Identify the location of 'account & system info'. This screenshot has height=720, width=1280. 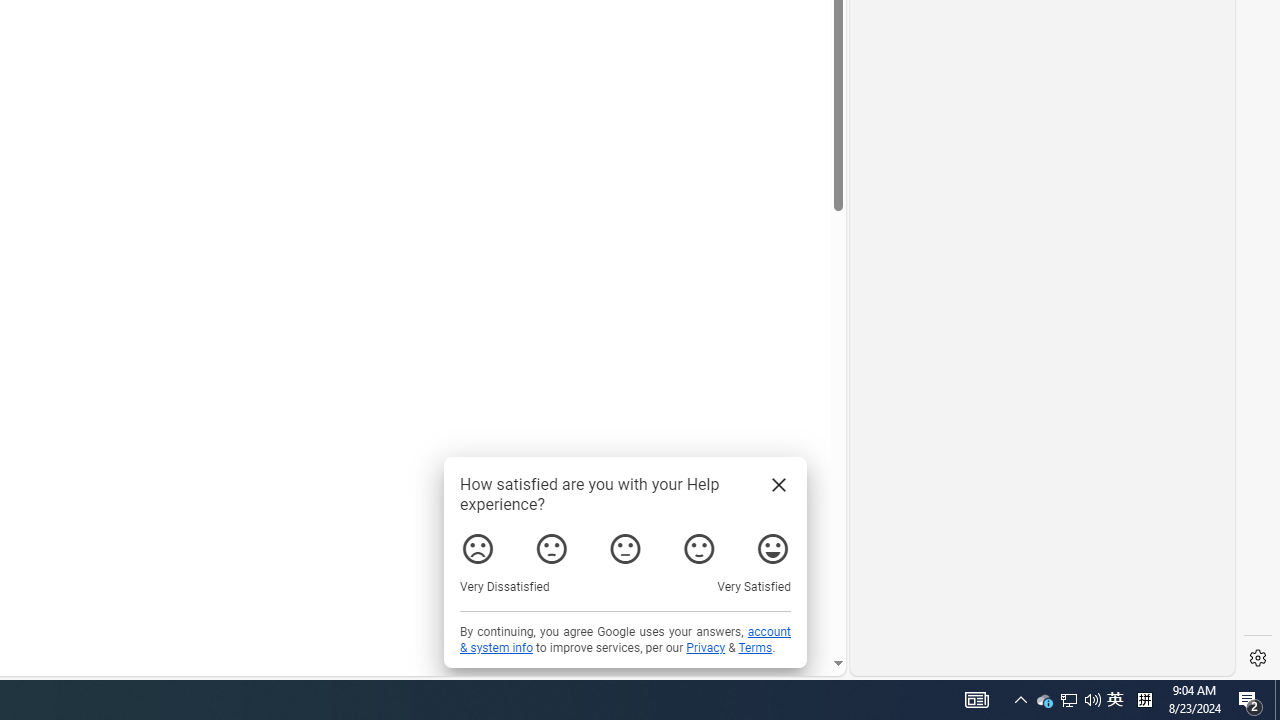
(624, 640).